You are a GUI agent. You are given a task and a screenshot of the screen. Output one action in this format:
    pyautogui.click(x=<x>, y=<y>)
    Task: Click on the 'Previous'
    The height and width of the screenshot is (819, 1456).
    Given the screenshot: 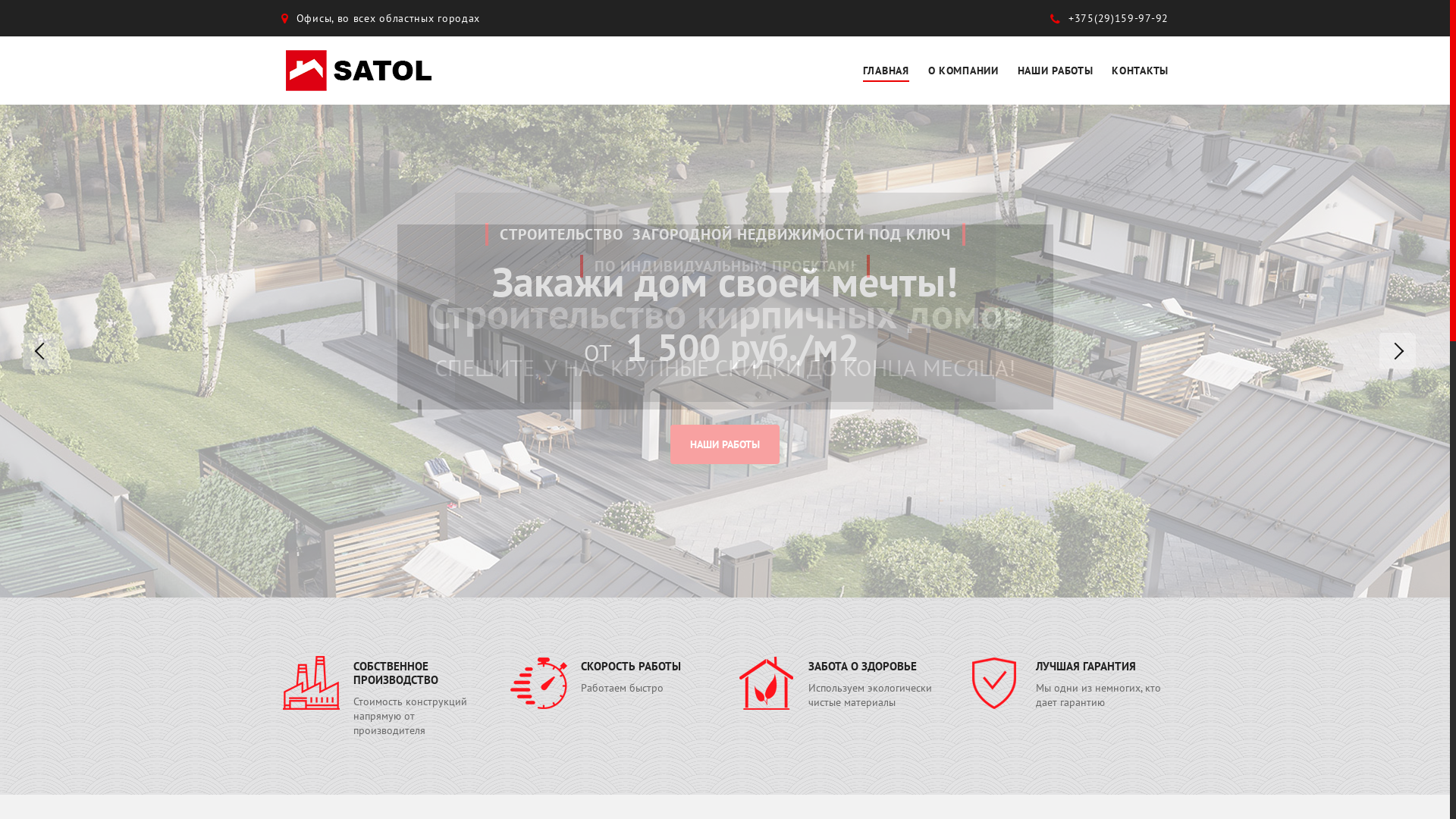 What is the action you would take?
    pyautogui.click(x=40, y=350)
    